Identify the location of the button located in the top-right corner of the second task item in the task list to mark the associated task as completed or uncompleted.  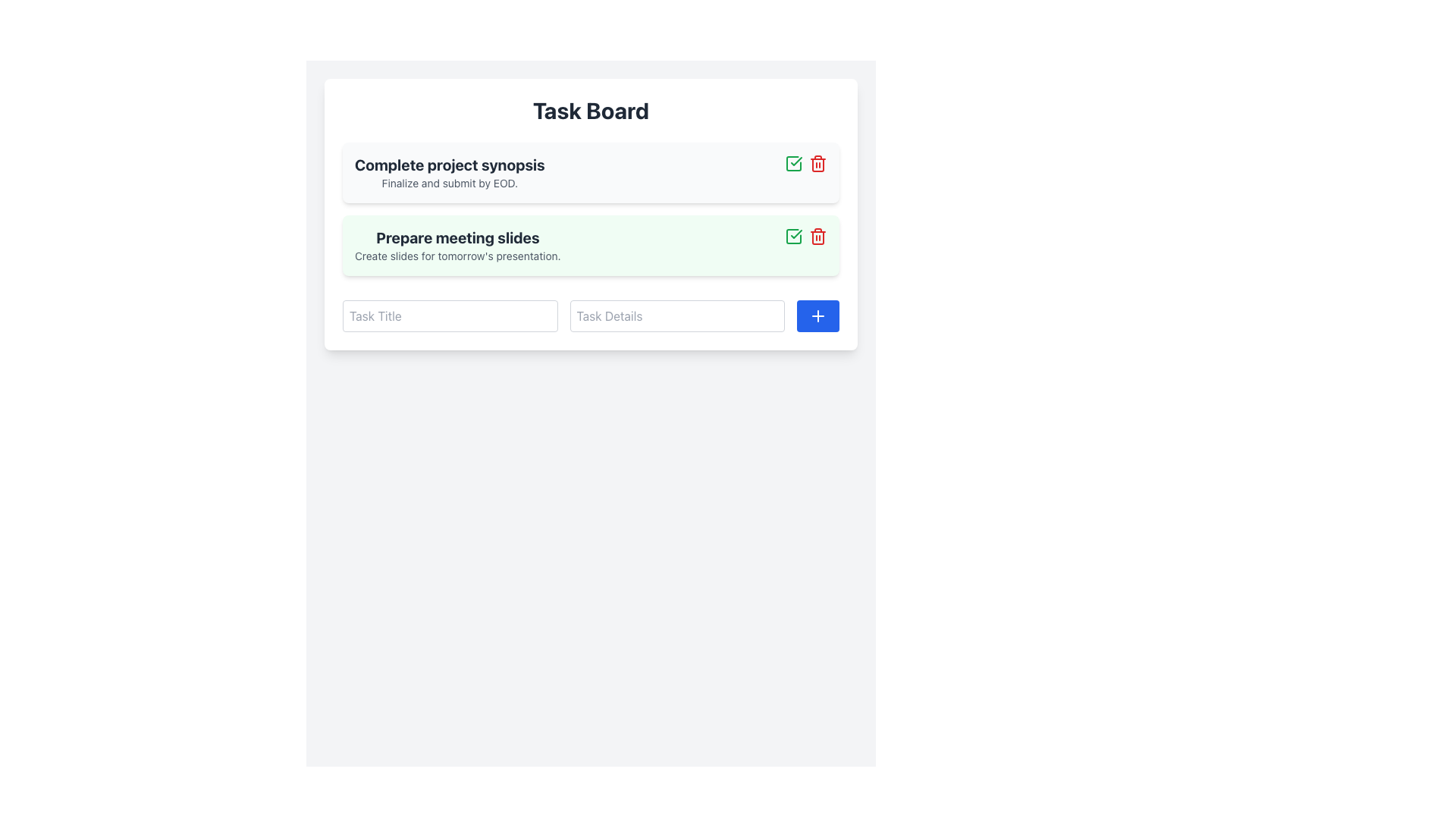
(792, 164).